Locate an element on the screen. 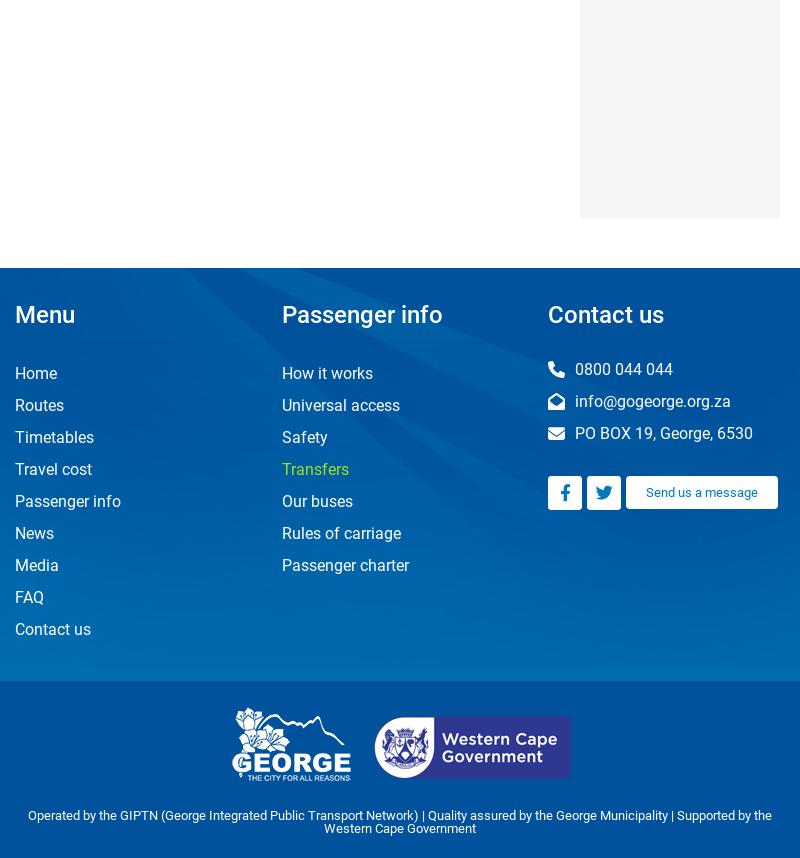  'PO BOX 19, George, 6530' is located at coordinates (661, 432).